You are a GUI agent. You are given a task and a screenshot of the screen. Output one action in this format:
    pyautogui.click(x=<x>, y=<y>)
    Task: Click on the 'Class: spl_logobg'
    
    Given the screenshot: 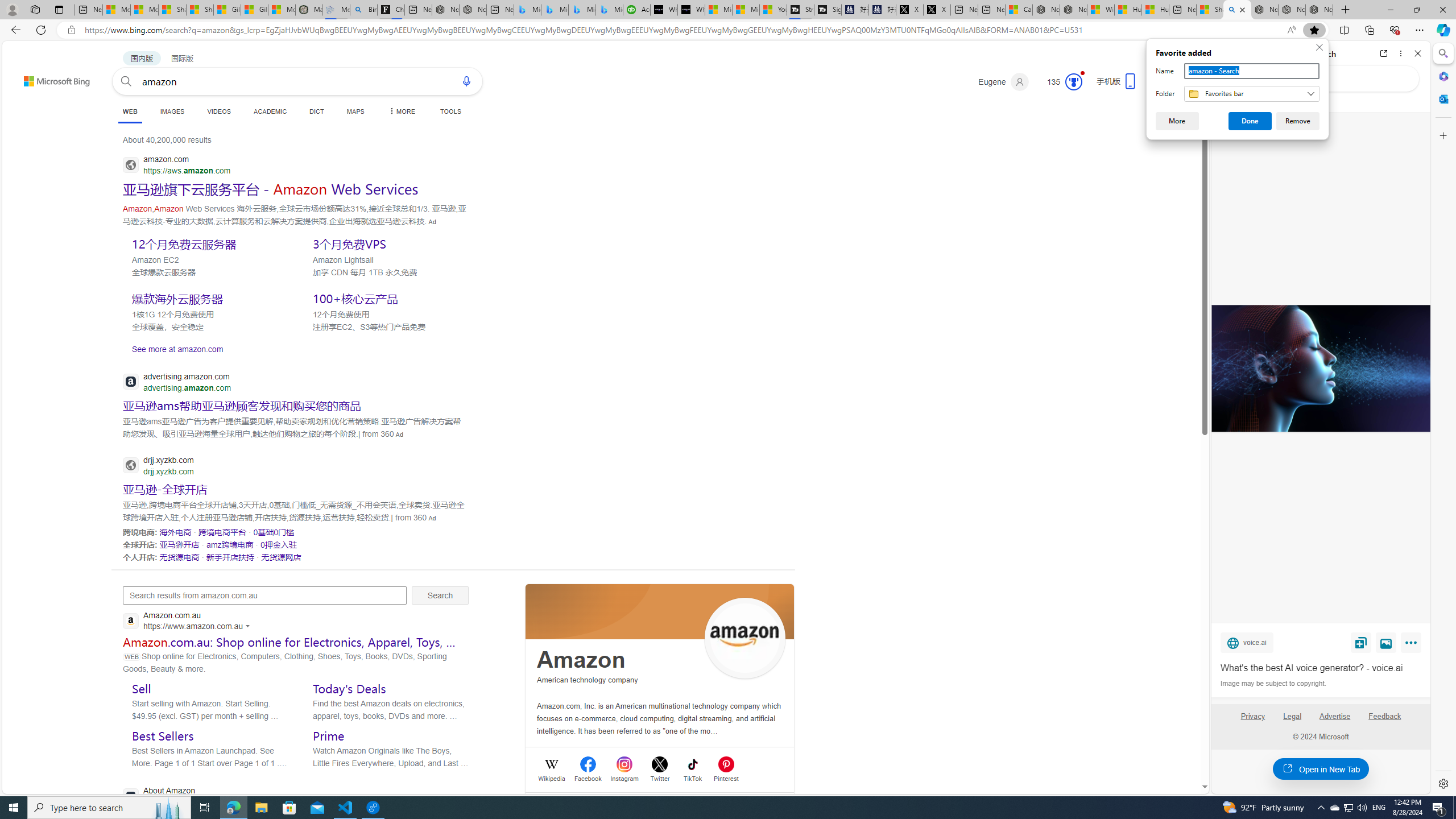 What is the action you would take?
    pyautogui.click(x=659, y=611)
    